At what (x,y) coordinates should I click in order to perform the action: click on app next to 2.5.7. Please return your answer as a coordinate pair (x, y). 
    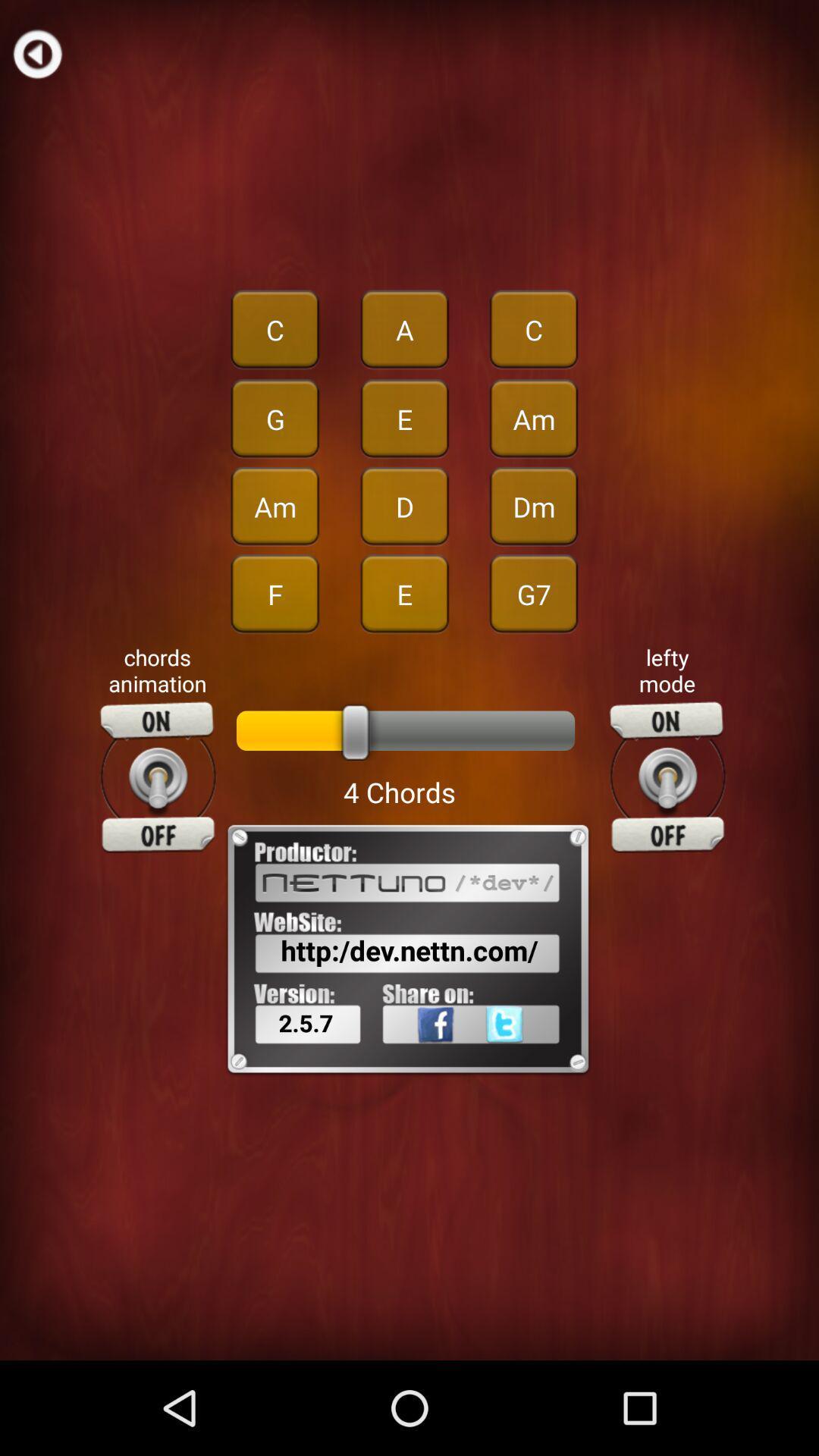
    Looking at the image, I should click on (528, 1057).